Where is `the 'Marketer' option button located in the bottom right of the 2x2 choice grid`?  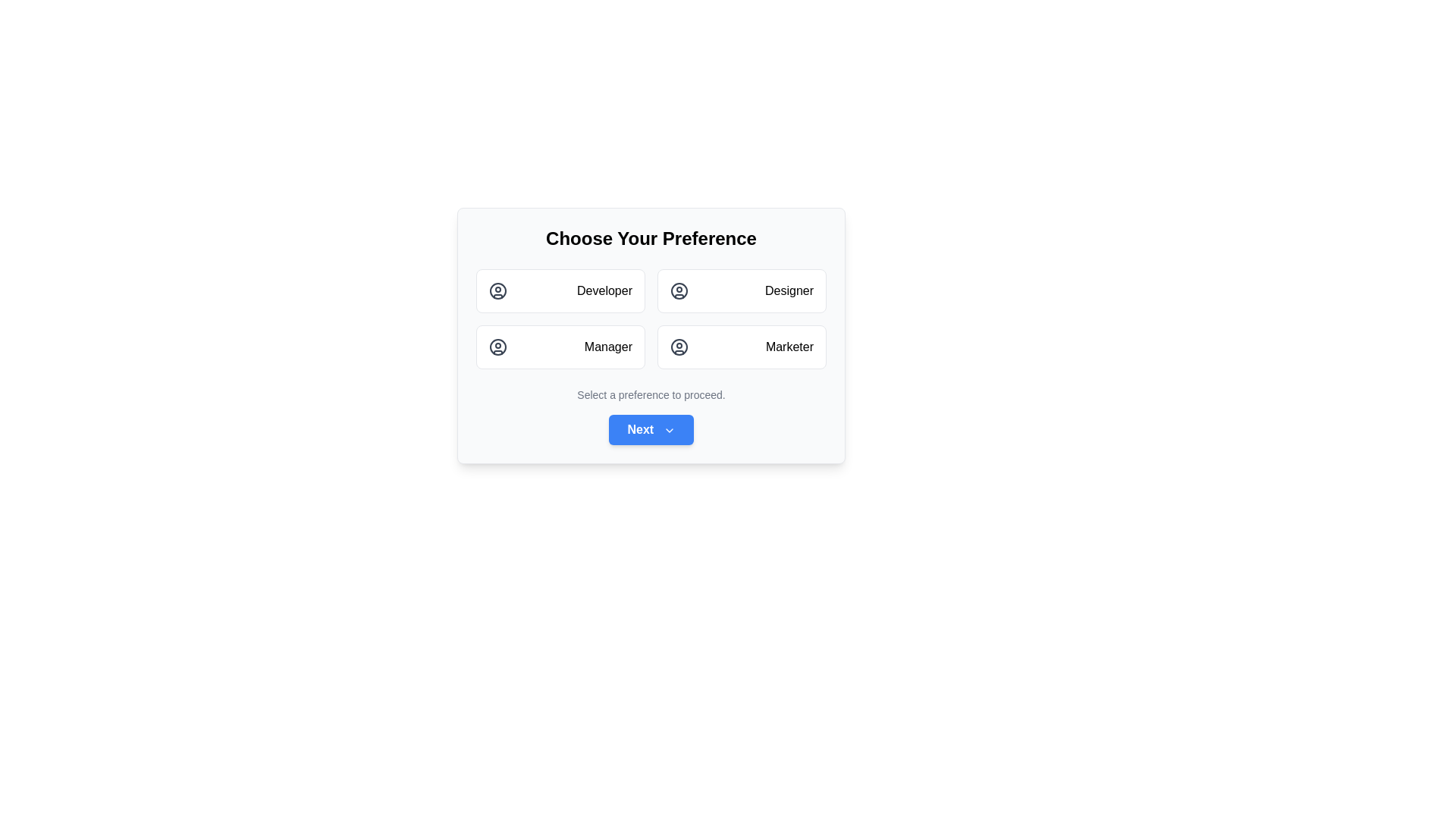
the 'Marketer' option button located in the bottom right of the 2x2 choice grid is located at coordinates (742, 347).